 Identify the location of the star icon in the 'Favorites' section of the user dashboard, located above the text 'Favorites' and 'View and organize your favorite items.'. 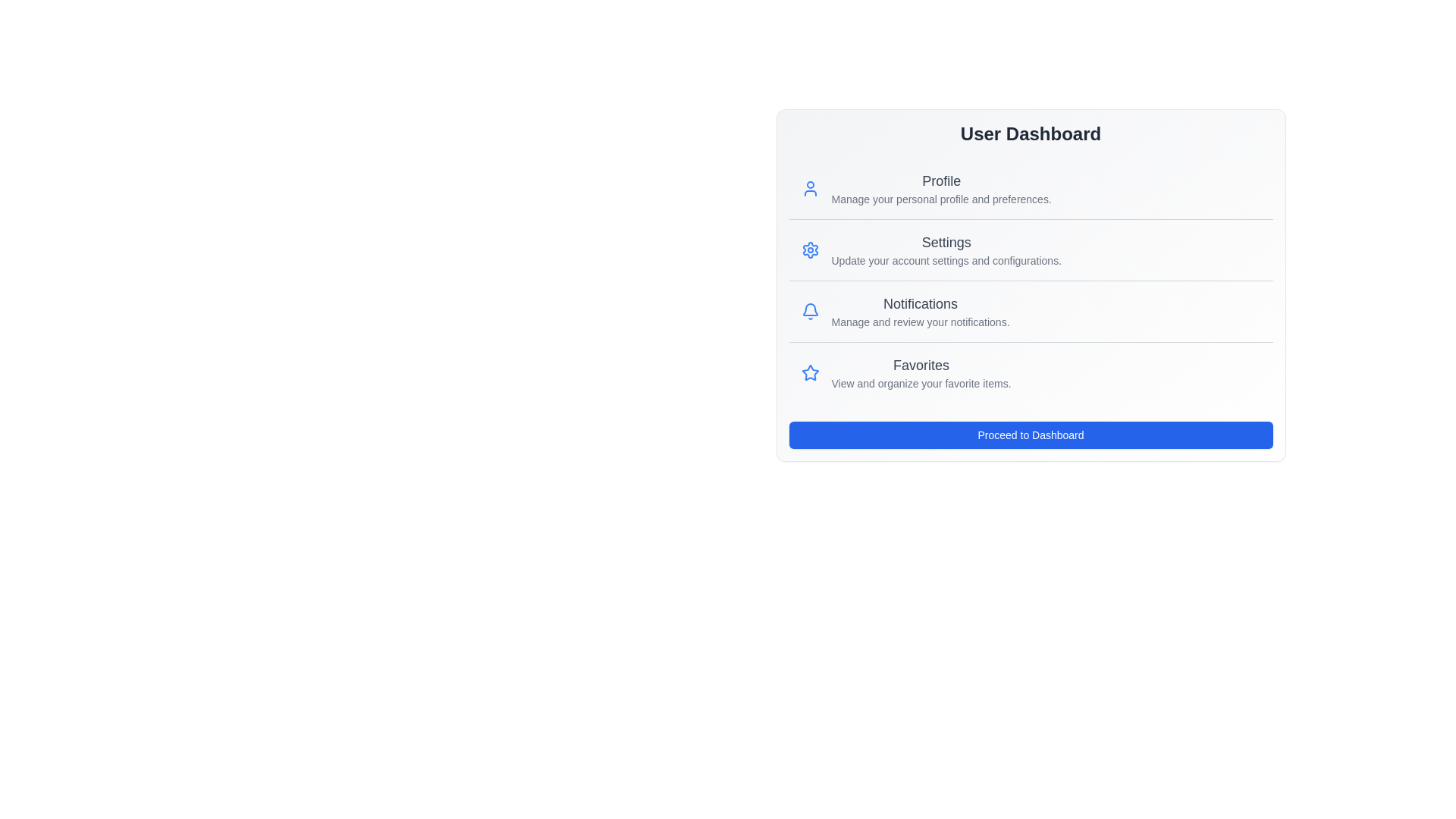
(809, 373).